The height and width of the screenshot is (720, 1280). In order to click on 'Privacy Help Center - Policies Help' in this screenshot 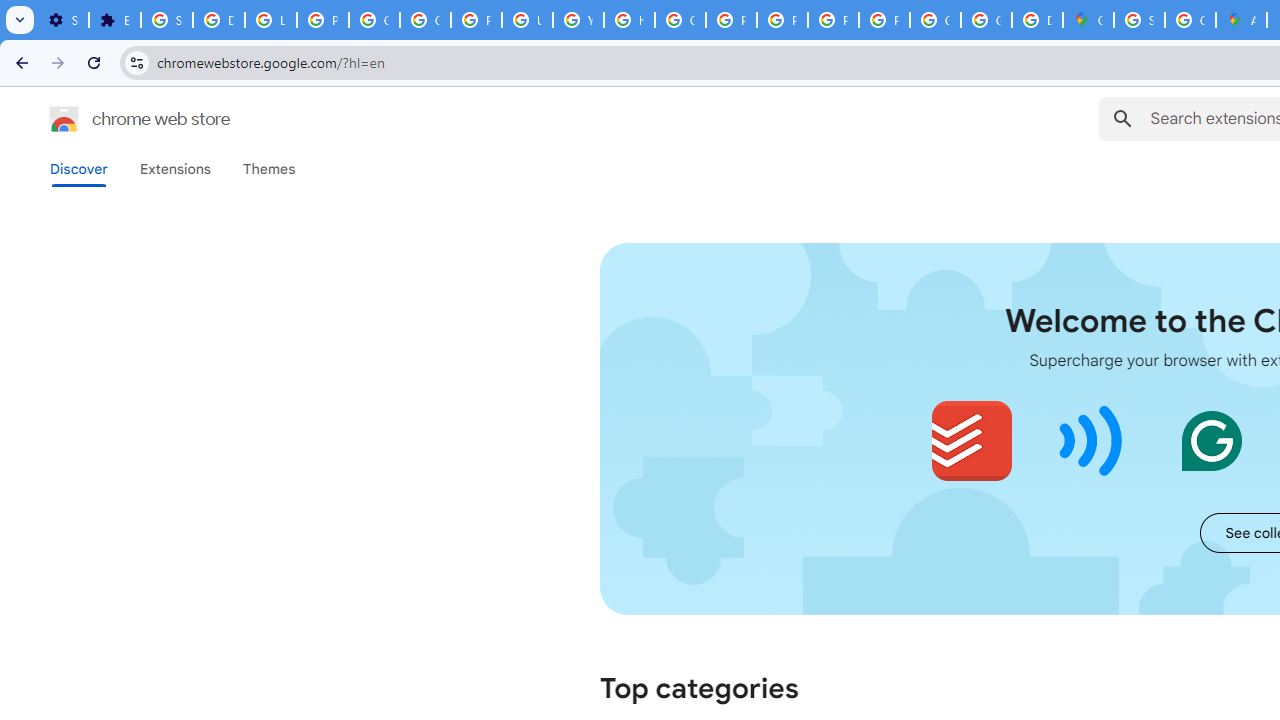, I will do `click(730, 20)`.